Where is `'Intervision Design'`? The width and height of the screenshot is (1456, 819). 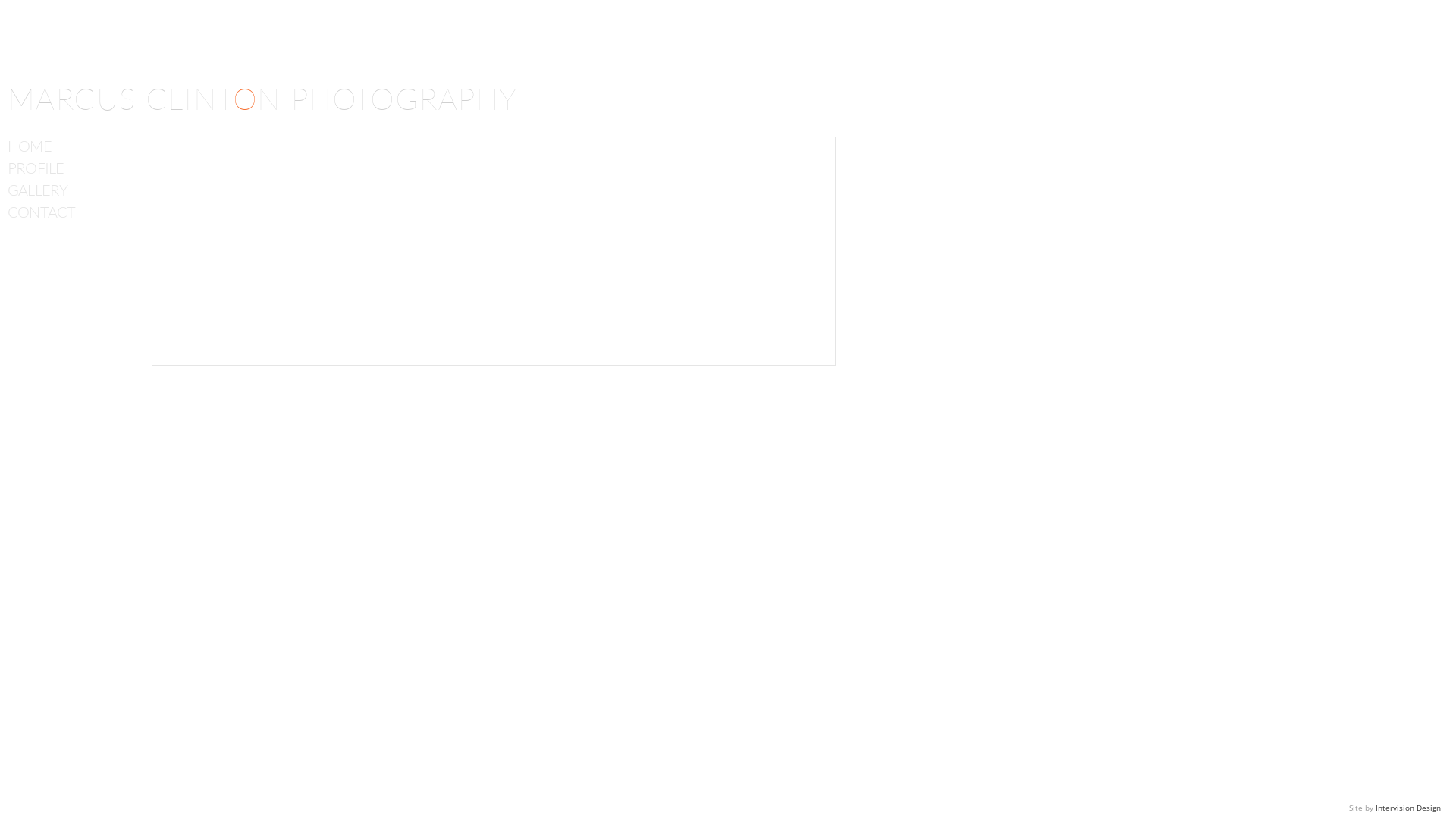 'Intervision Design' is located at coordinates (1376, 806).